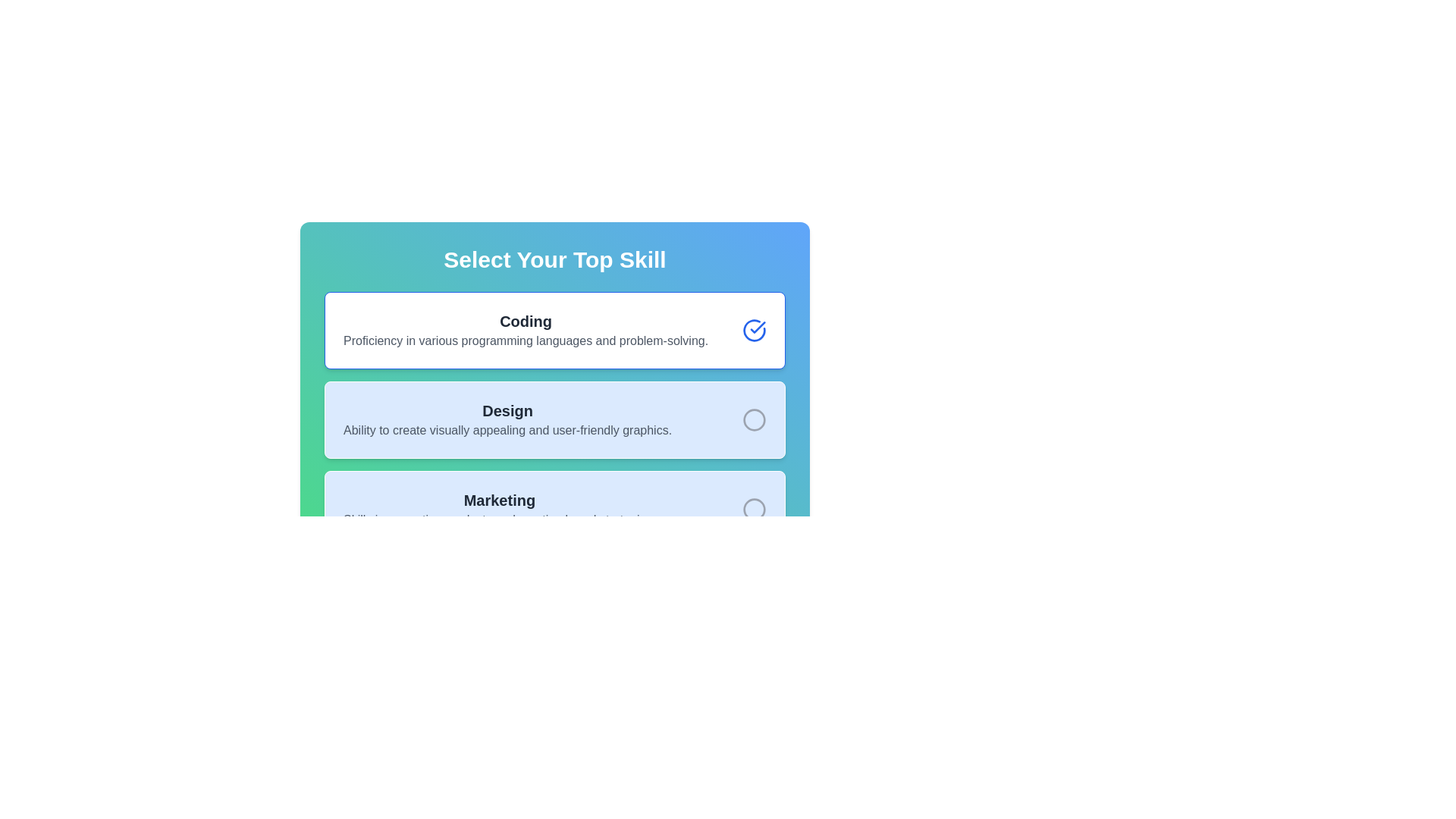  What do you see at coordinates (526, 341) in the screenshot?
I see `the static text stating 'Proficiency in various programming languages and problem-solving.' which is located below the 'Coding' header` at bounding box center [526, 341].